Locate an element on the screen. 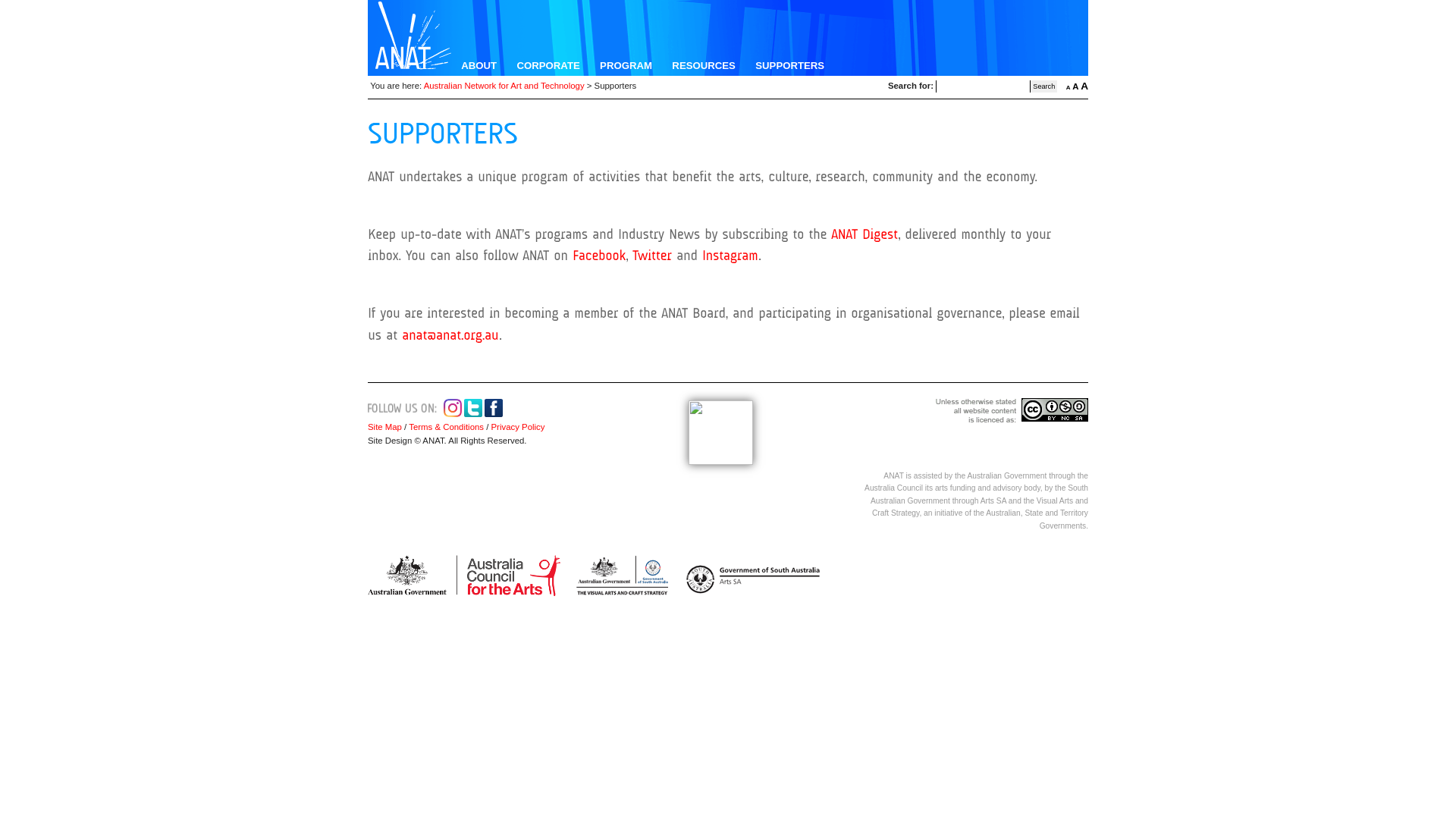 This screenshot has width=1456, height=819. 'Privacy Policy' is located at coordinates (488, 427).